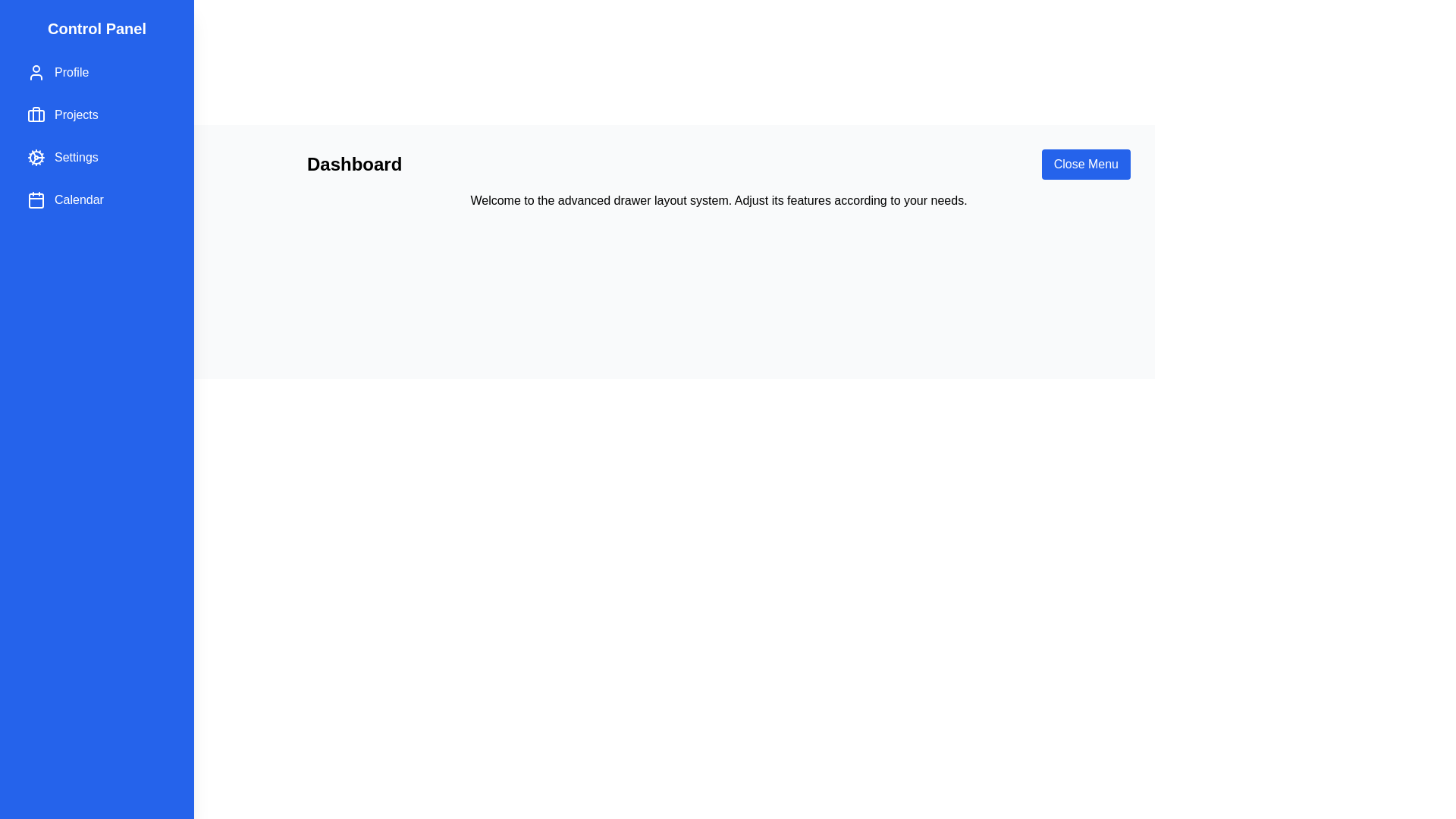  Describe the element at coordinates (36, 158) in the screenshot. I see `the 'Settings' icon located on the left-hand side navigation bar, adjacent to the 'Settings' text label` at that location.